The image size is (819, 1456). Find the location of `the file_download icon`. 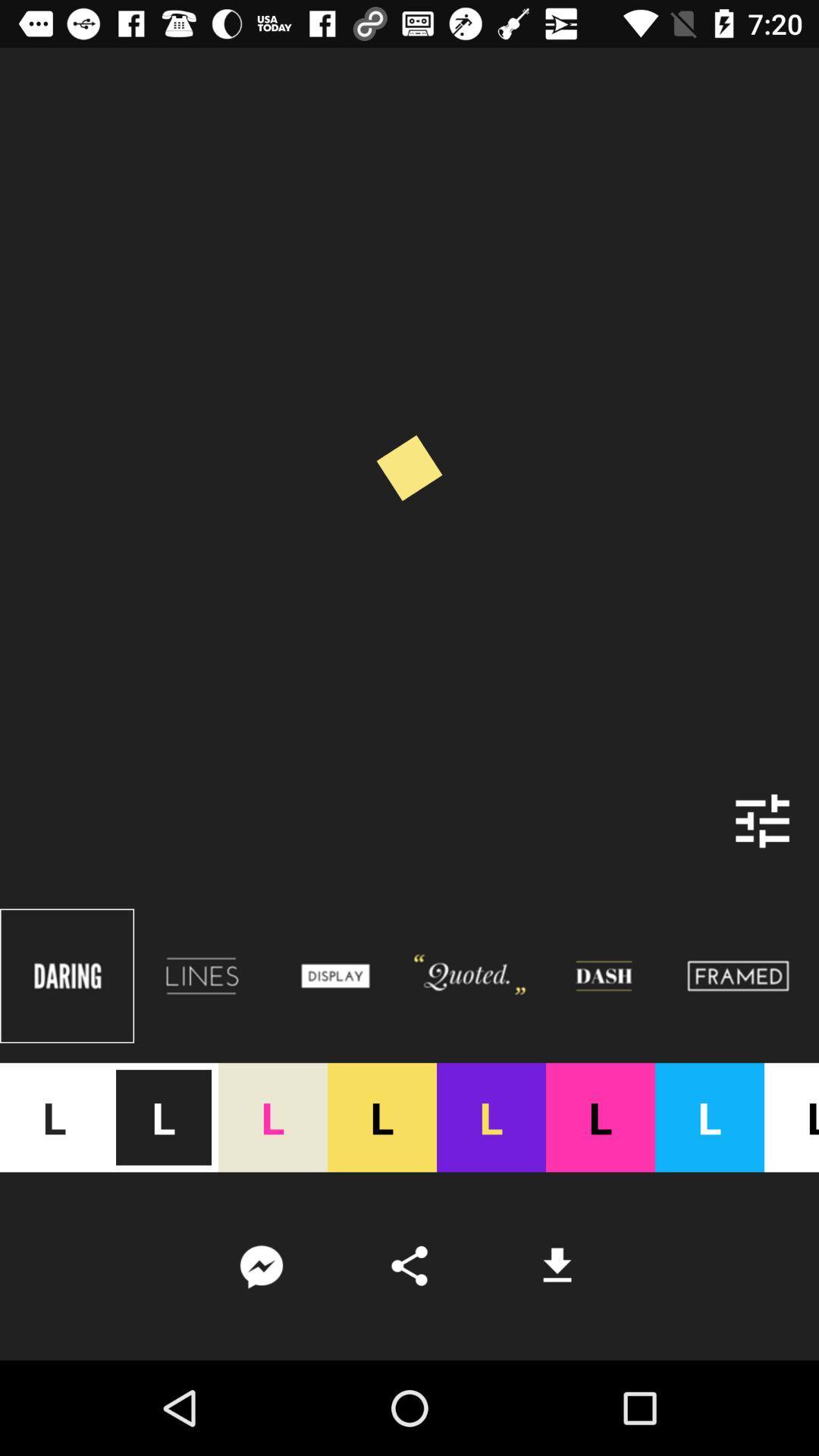

the file_download icon is located at coordinates (557, 1266).